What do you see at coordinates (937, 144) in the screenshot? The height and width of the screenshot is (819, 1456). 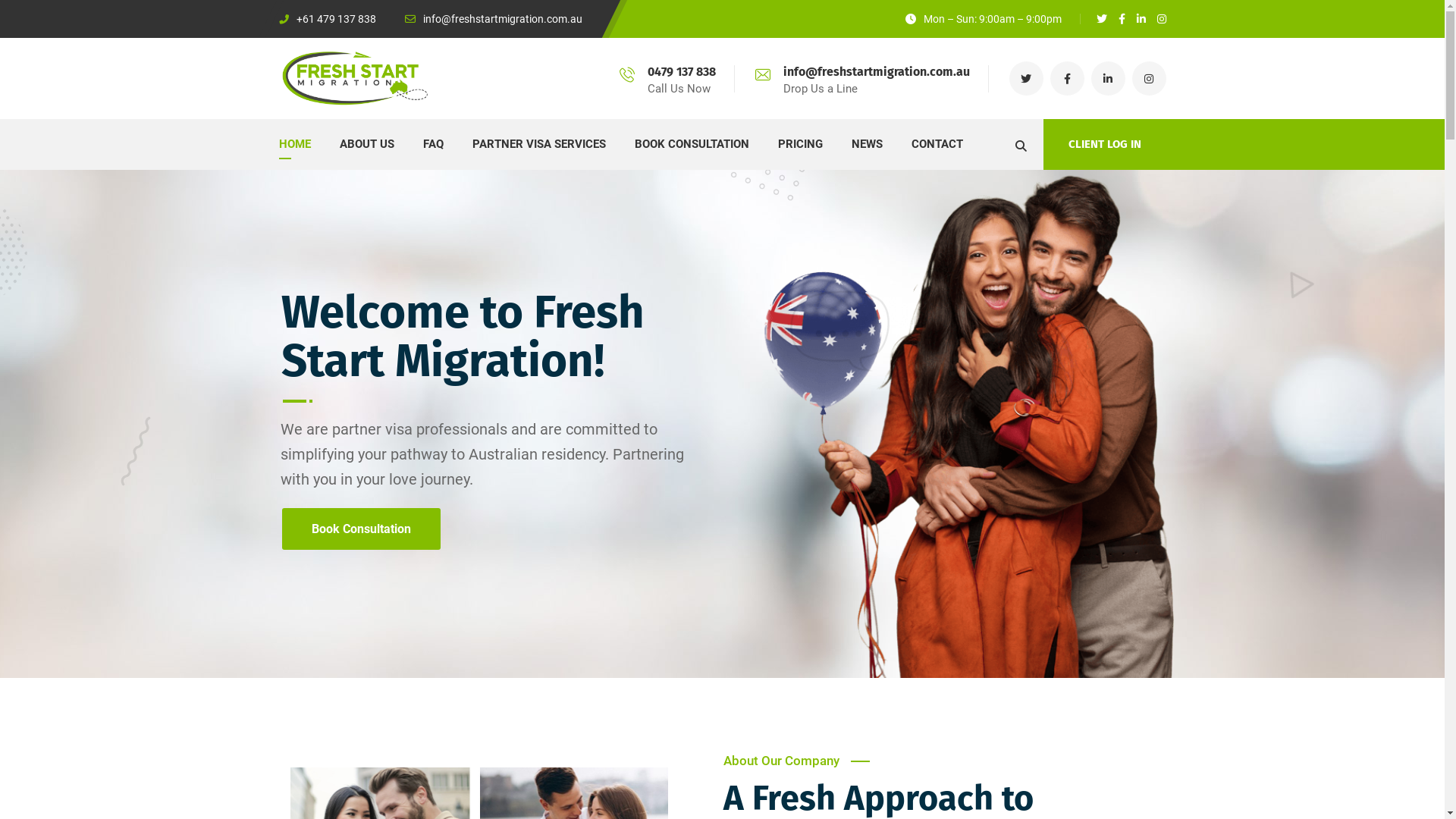 I see `'CONTACT'` at bounding box center [937, 144].